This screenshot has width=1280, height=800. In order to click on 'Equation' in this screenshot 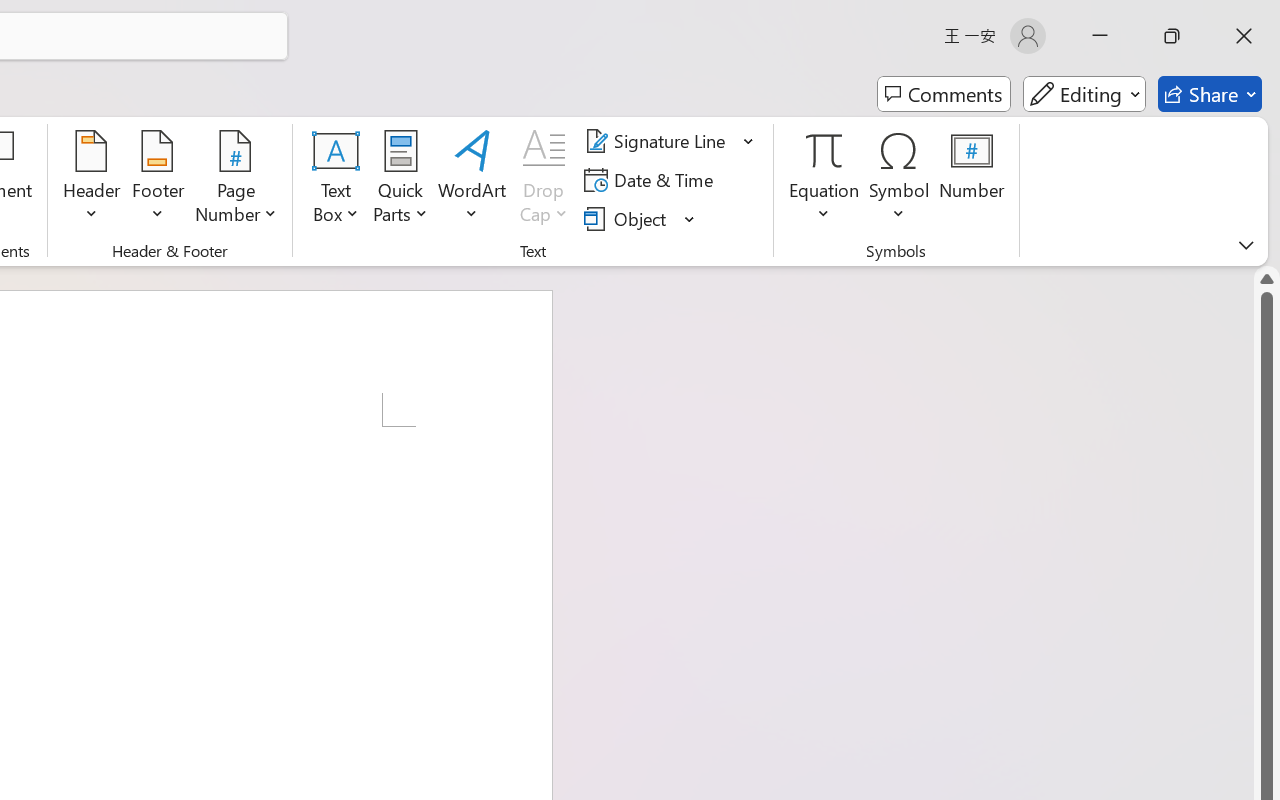, I will do `click(824, 179)`.